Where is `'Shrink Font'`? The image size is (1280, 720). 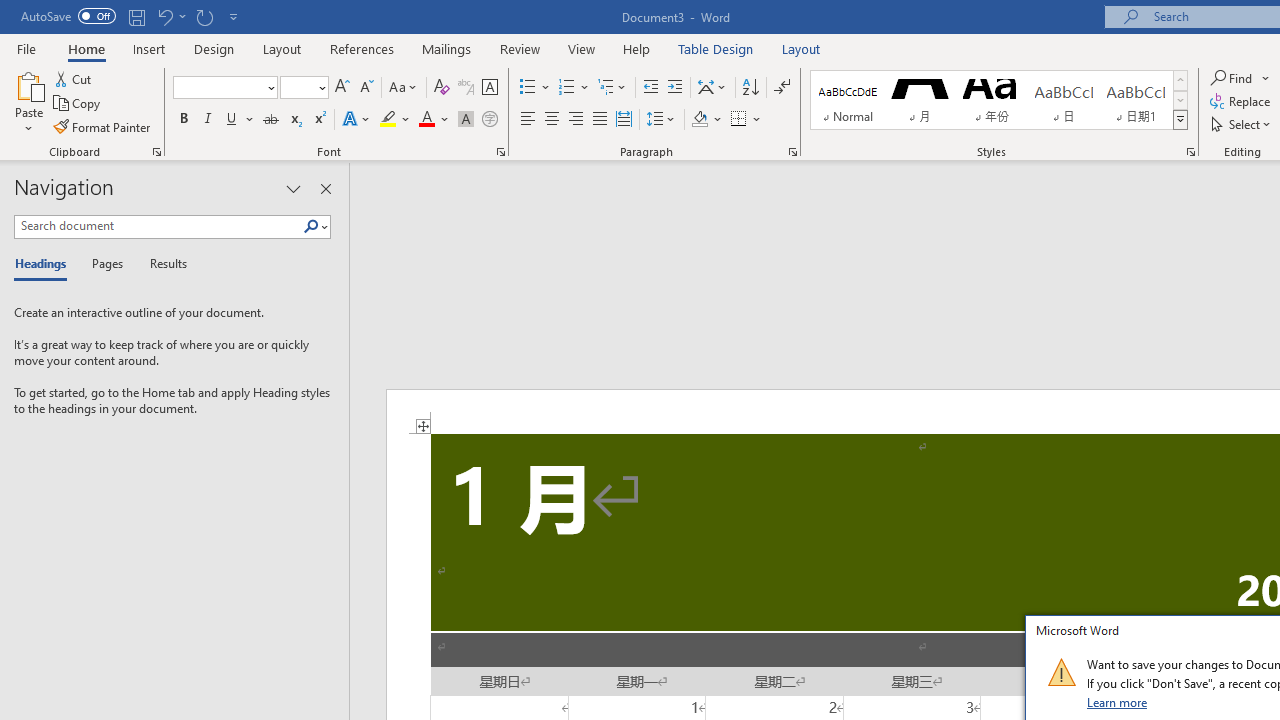 'Shrink Font' is located at coordinates (366, 86).